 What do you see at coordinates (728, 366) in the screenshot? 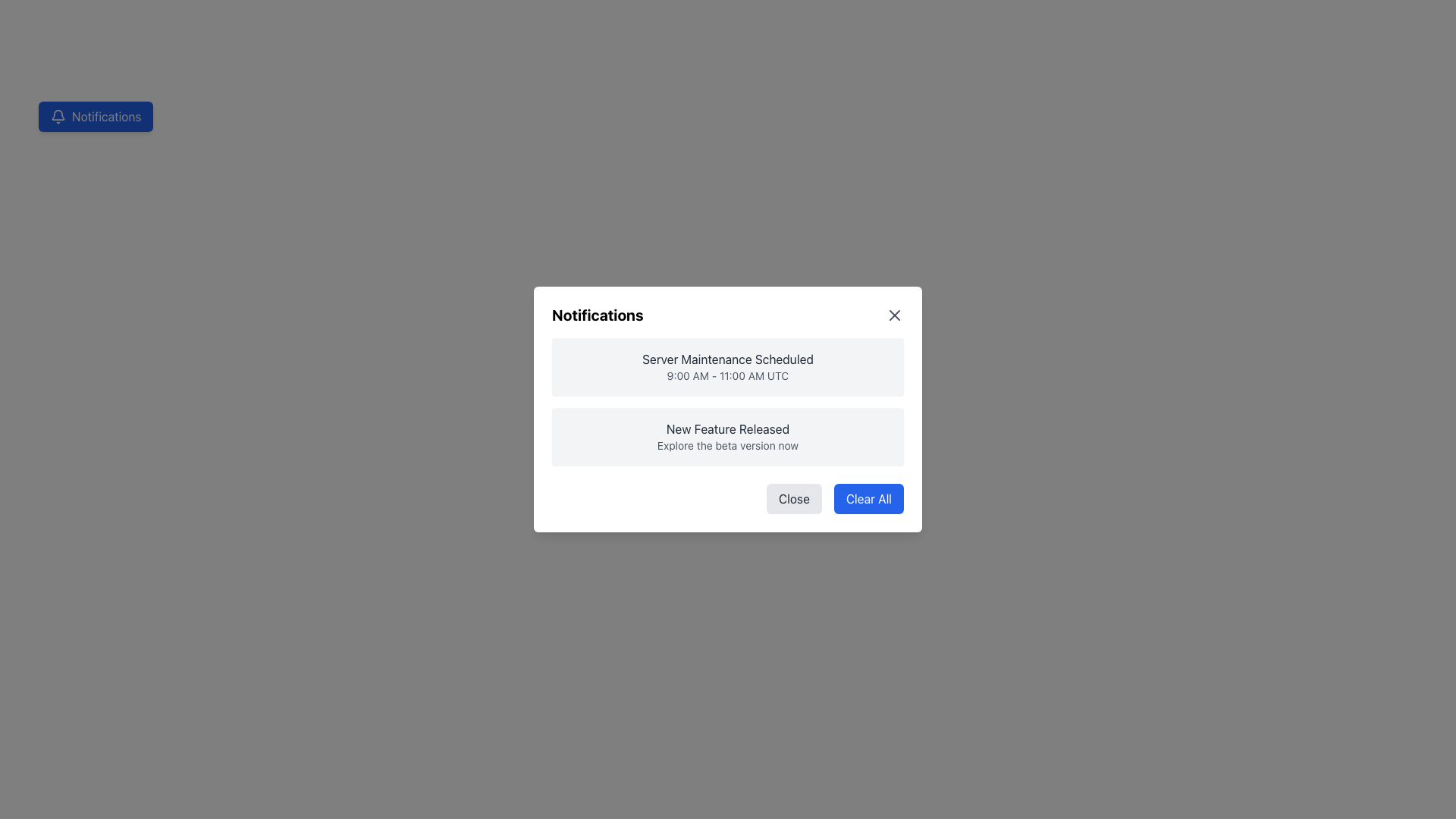
I see `the 'Server Maintenance Scheduled' informational notification card located at the top of the notification list in the 'Notifications' modal dialog to interact with its embedded functionality` at bounding box center [728, 366].